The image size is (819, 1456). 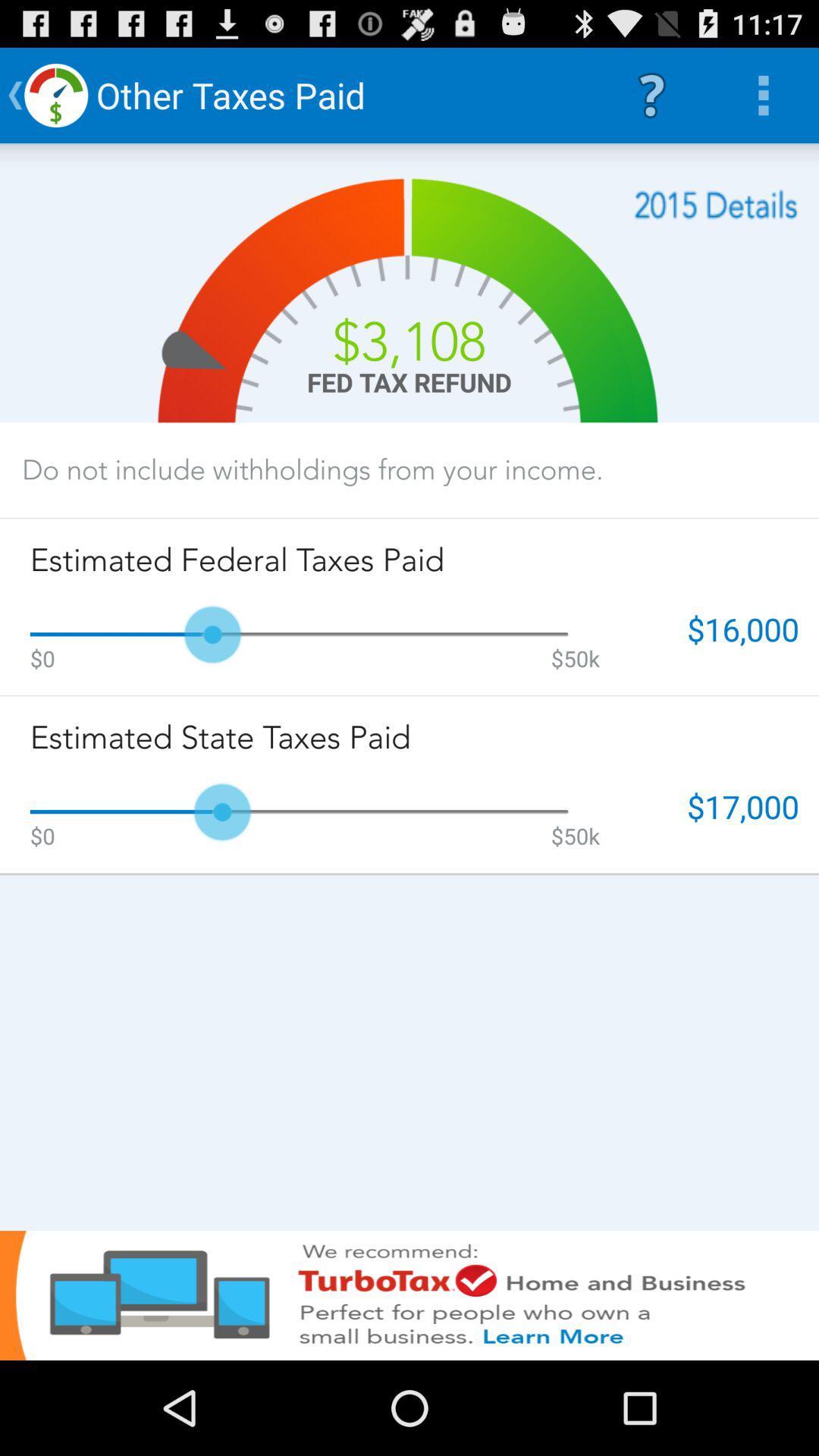 What do you see at coordinates (312, 469) in the screenshot?
I see `the app above the estimated federal taxes app` at bounding box center [312, 469].